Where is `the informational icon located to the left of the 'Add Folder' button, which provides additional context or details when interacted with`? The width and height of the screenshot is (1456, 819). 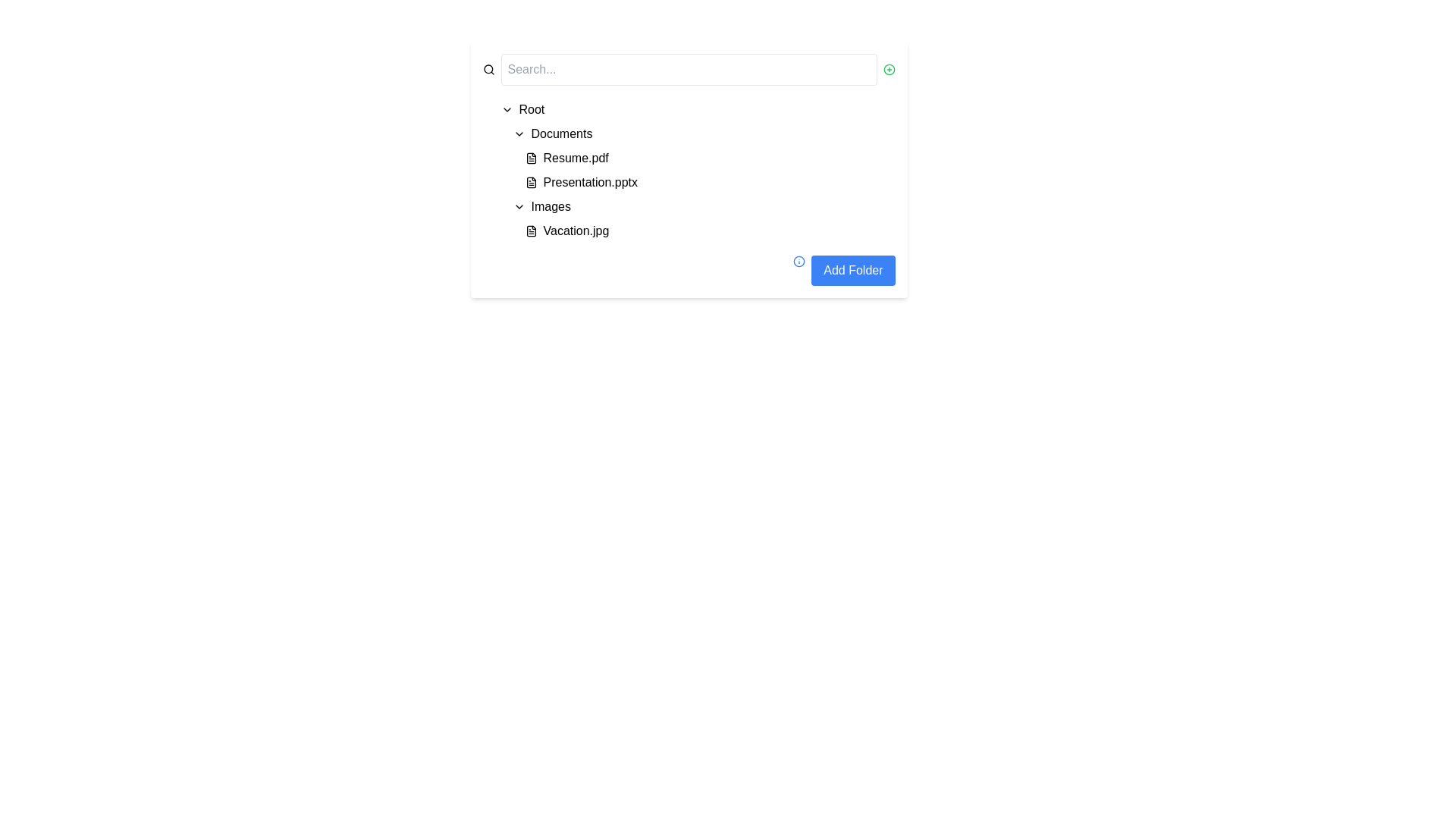
the informational icon located to the left of the 'Add Folder' button, which provides additional context or details when interacted with is located at coordinates (799, 260).